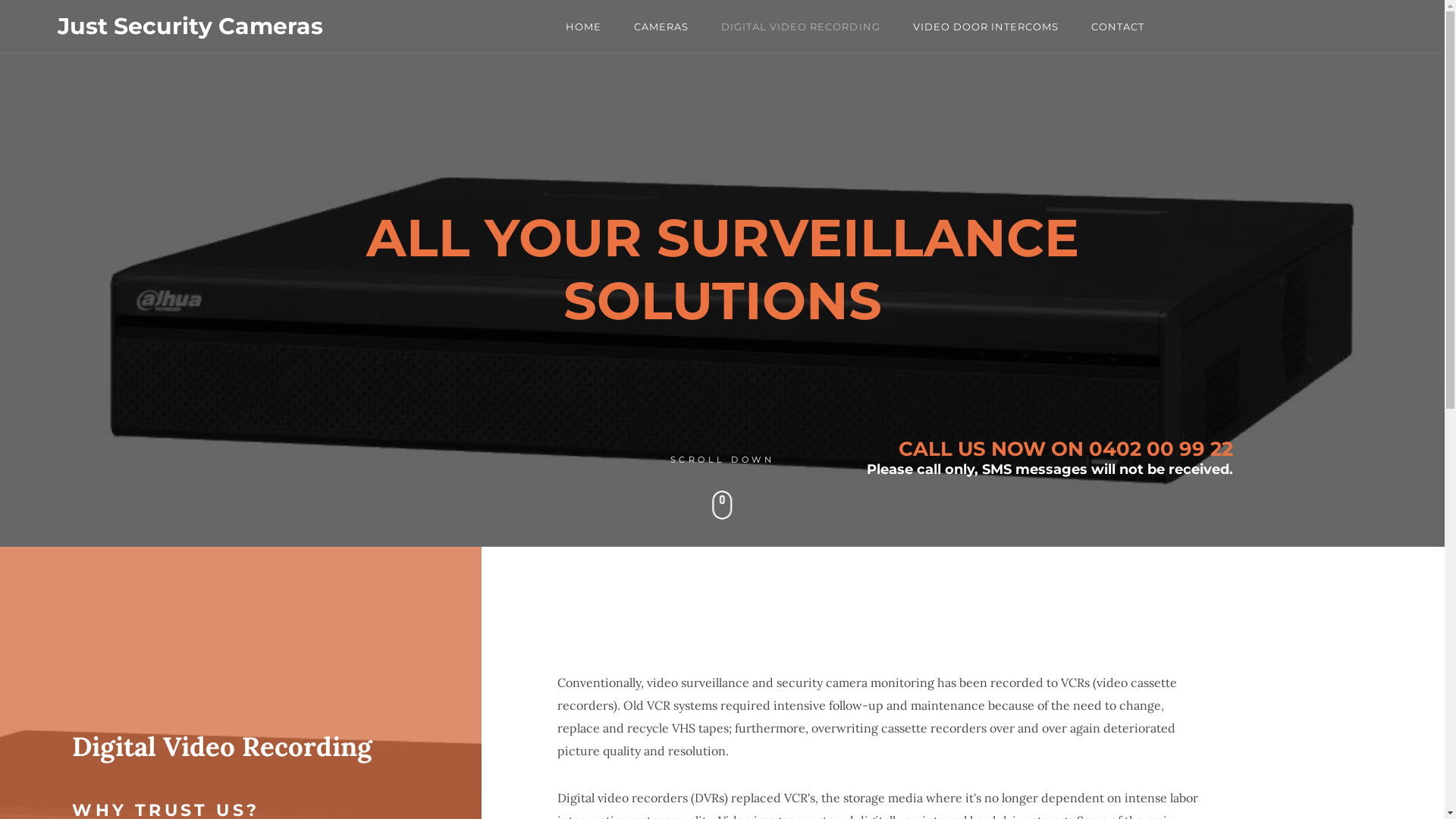  I want to click on 'Just Security Cameras', so click(189, 26).